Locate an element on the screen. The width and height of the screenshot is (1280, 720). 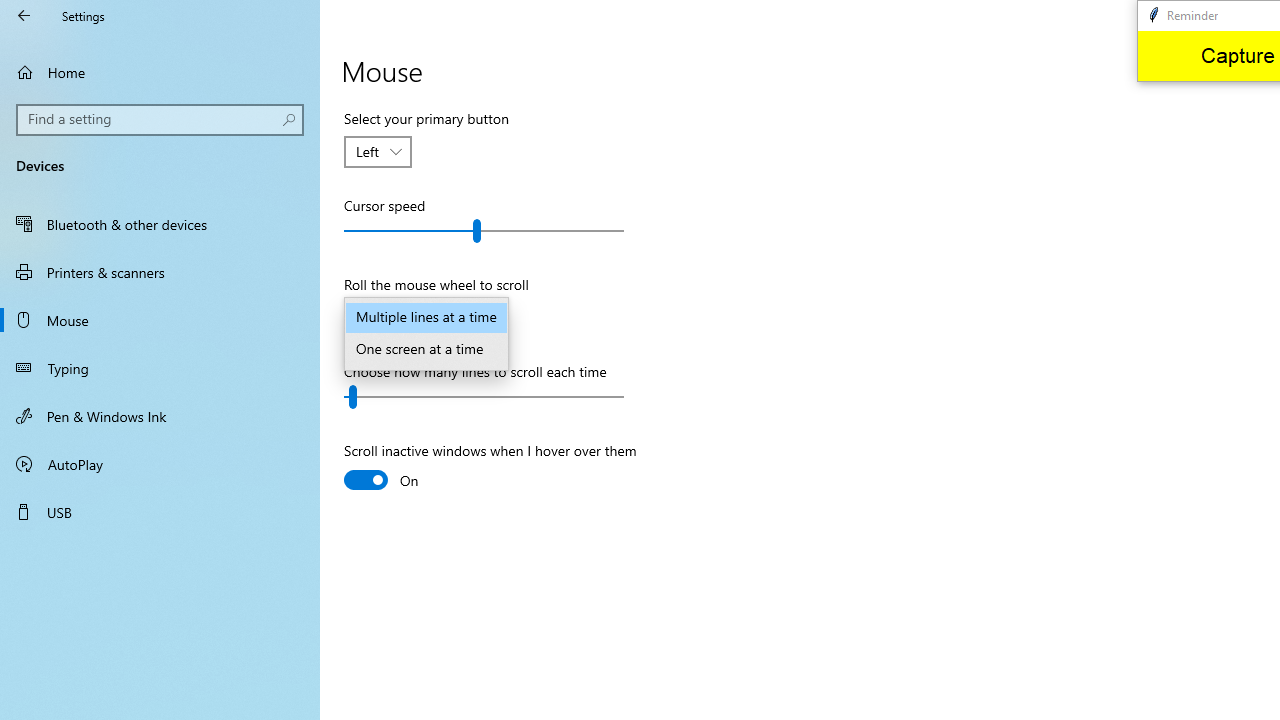
'Bluetooth & other devices' is located at coordinates (160, 223).